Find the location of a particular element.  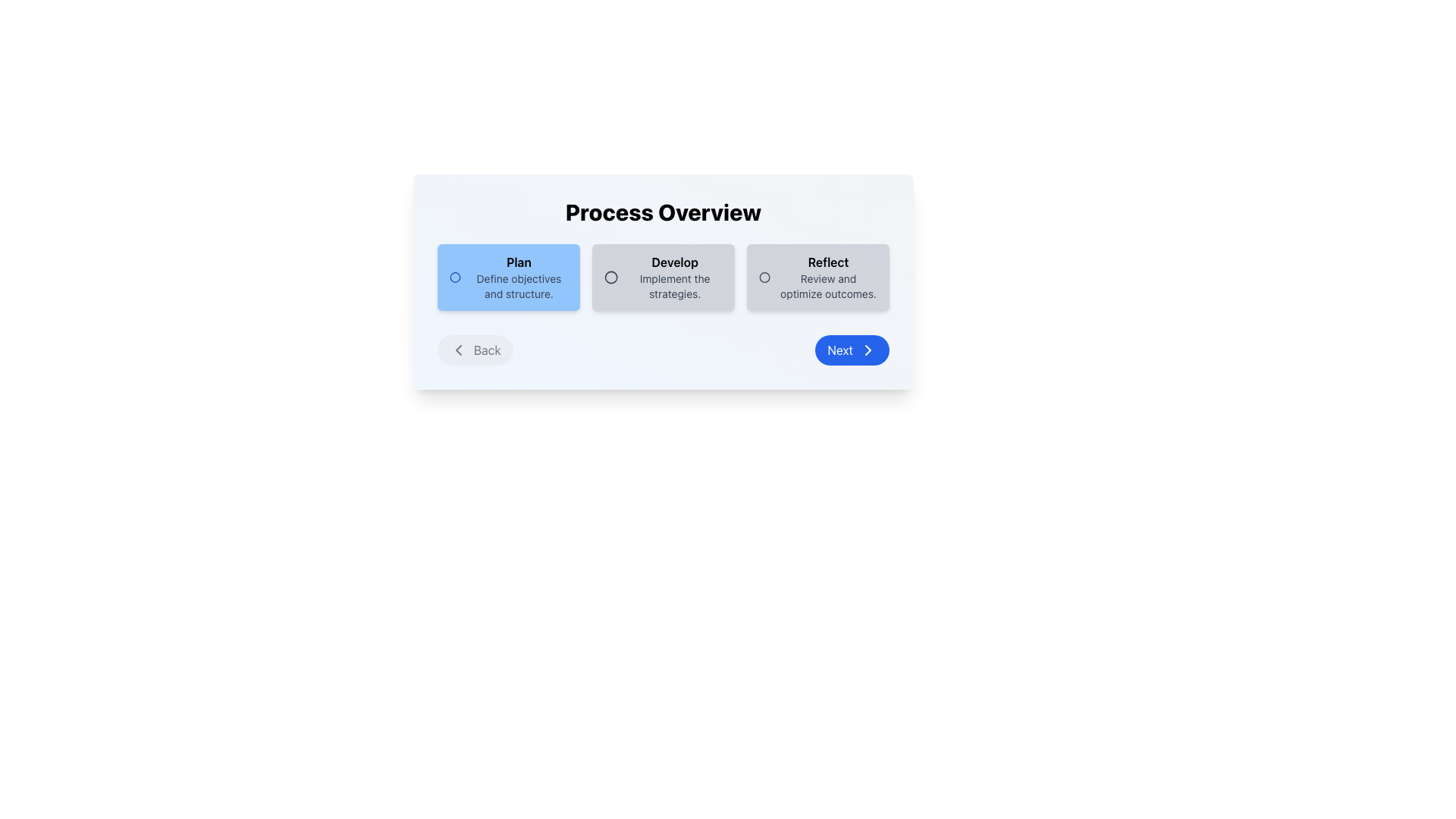

the 'Next' button located at the bottom-right corner of the 'Process Overview' section using keyboard navigation is located at coordinates (852, 350).